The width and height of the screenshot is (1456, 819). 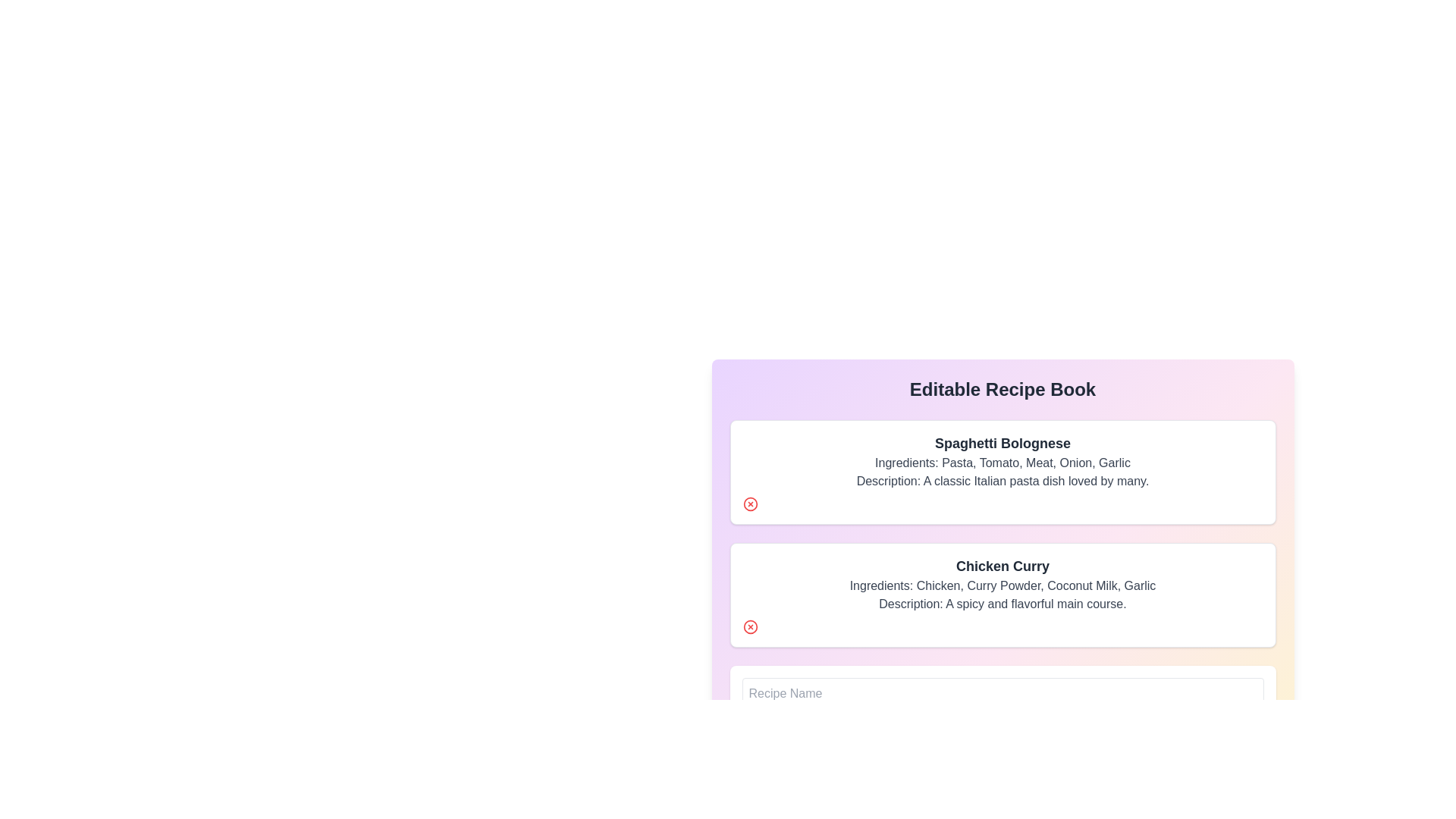 I want to click on the Informational Text Block displaying recipe details, which is located in the second card of the recipe descriptions, enclosed in a white background with rounded corners, so click(x=1003, y=584).